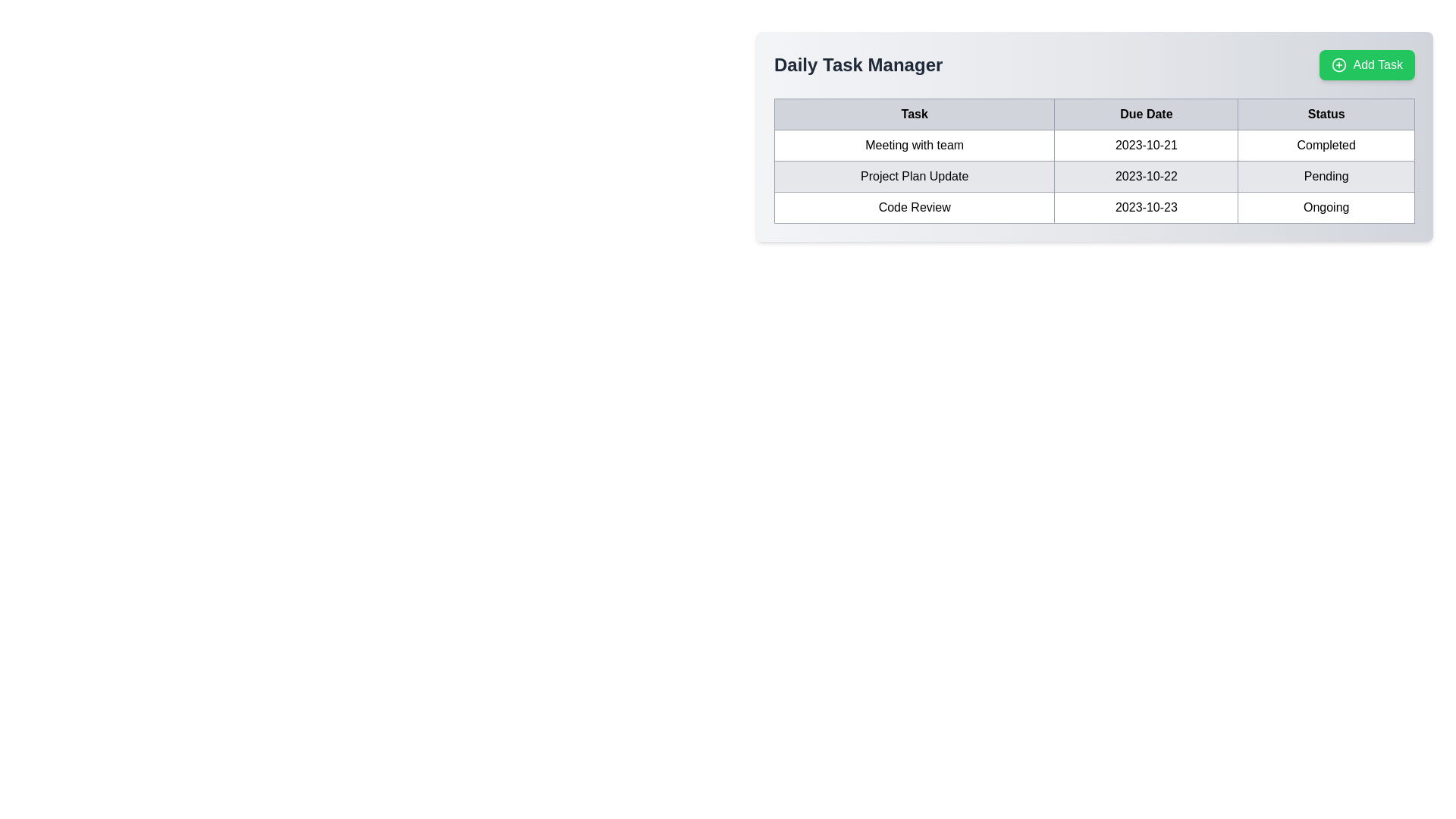  Describe the element at coordinates (1094, 136) in the screenshot. I see `the first row of the 'Daily Task Manager' table, which contains the task 'Meeting with team'` at that location.